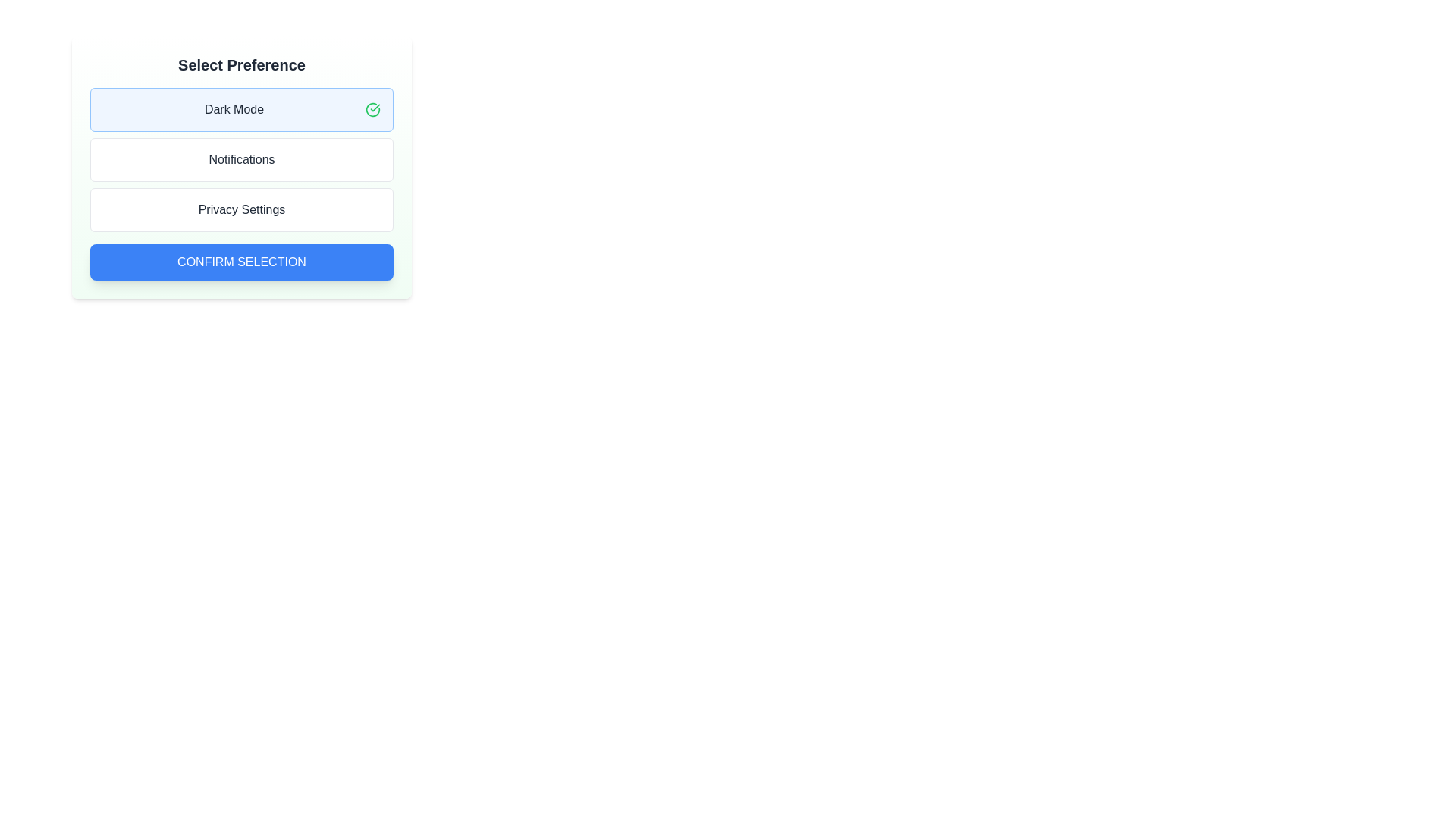 Image resolution: width=1456 pixels, height=819 pixels. Describe the element at coordinates (240, 109) in the screenshot. I see `the 'Dark Mode' button, which is the first item in the 'Select Preference' list` at that location.